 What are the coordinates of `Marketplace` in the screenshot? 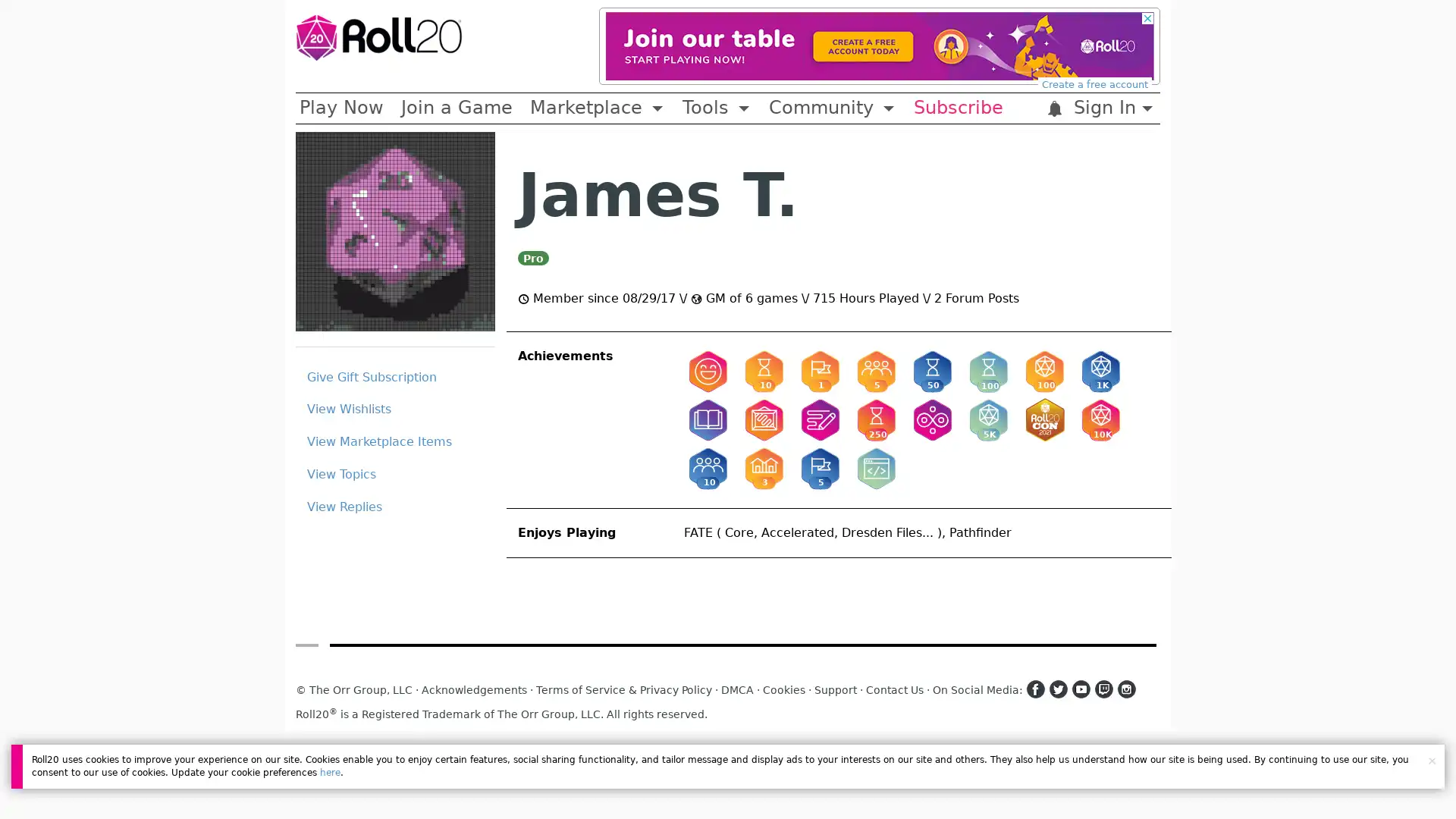 It's located at (585, 107).